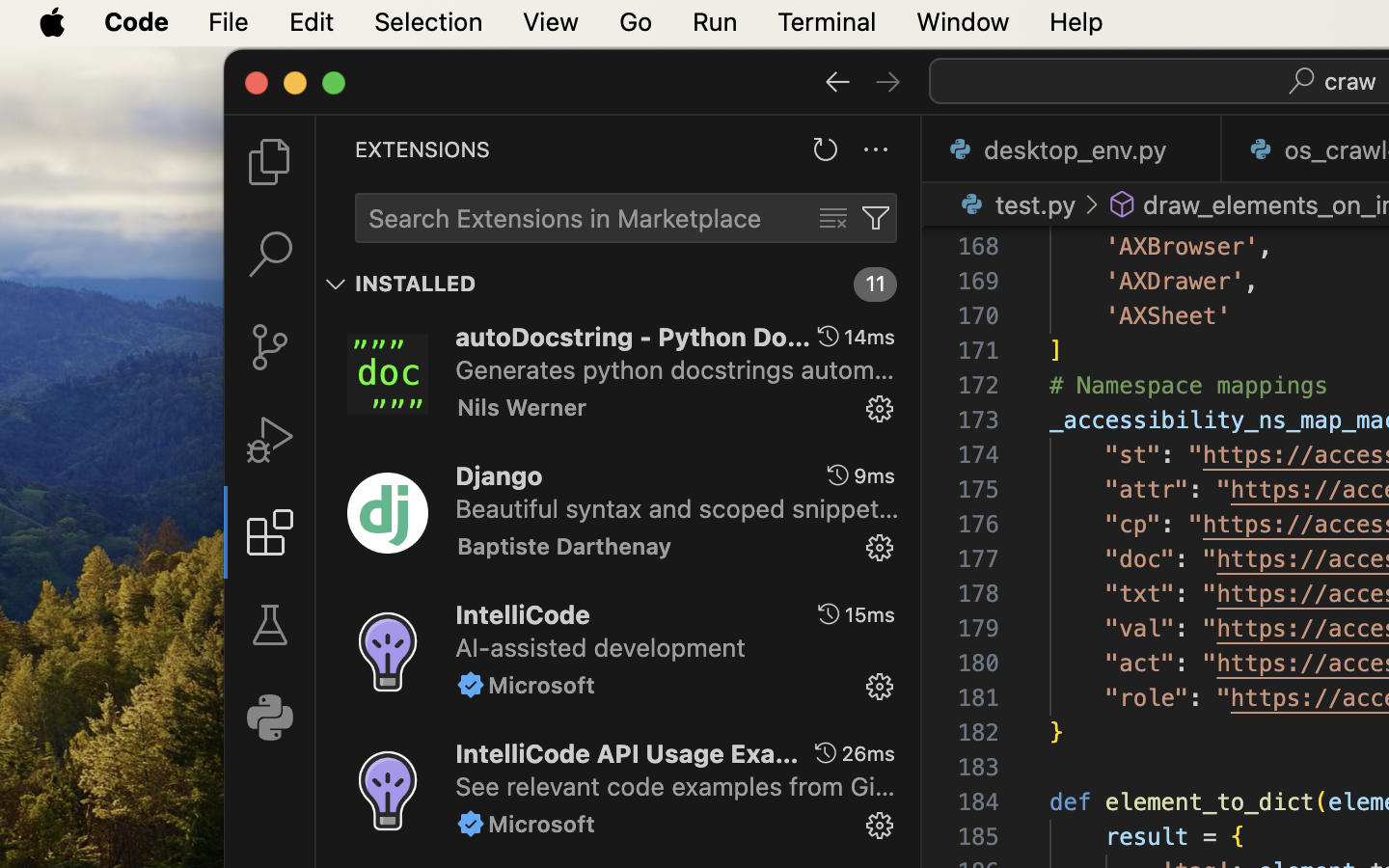  I want to click on '26ms', so click(867, 752).